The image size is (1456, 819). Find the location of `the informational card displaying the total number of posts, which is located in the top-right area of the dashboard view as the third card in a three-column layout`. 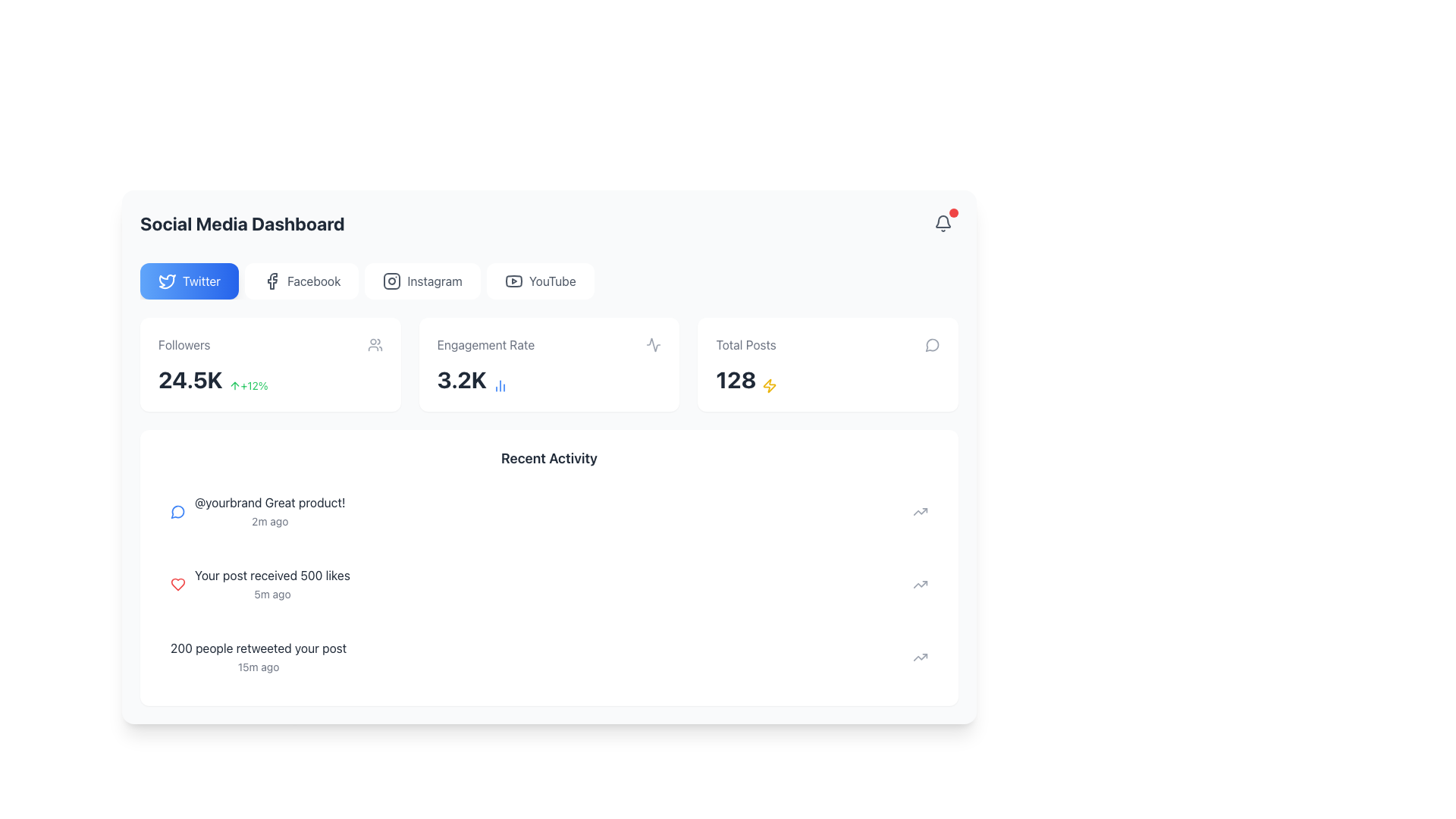

the informational card displaying the total number of posts, which is located in the top-right area of the dashboard view as the third card in a three-column layout is located at coordinates (827, 365).